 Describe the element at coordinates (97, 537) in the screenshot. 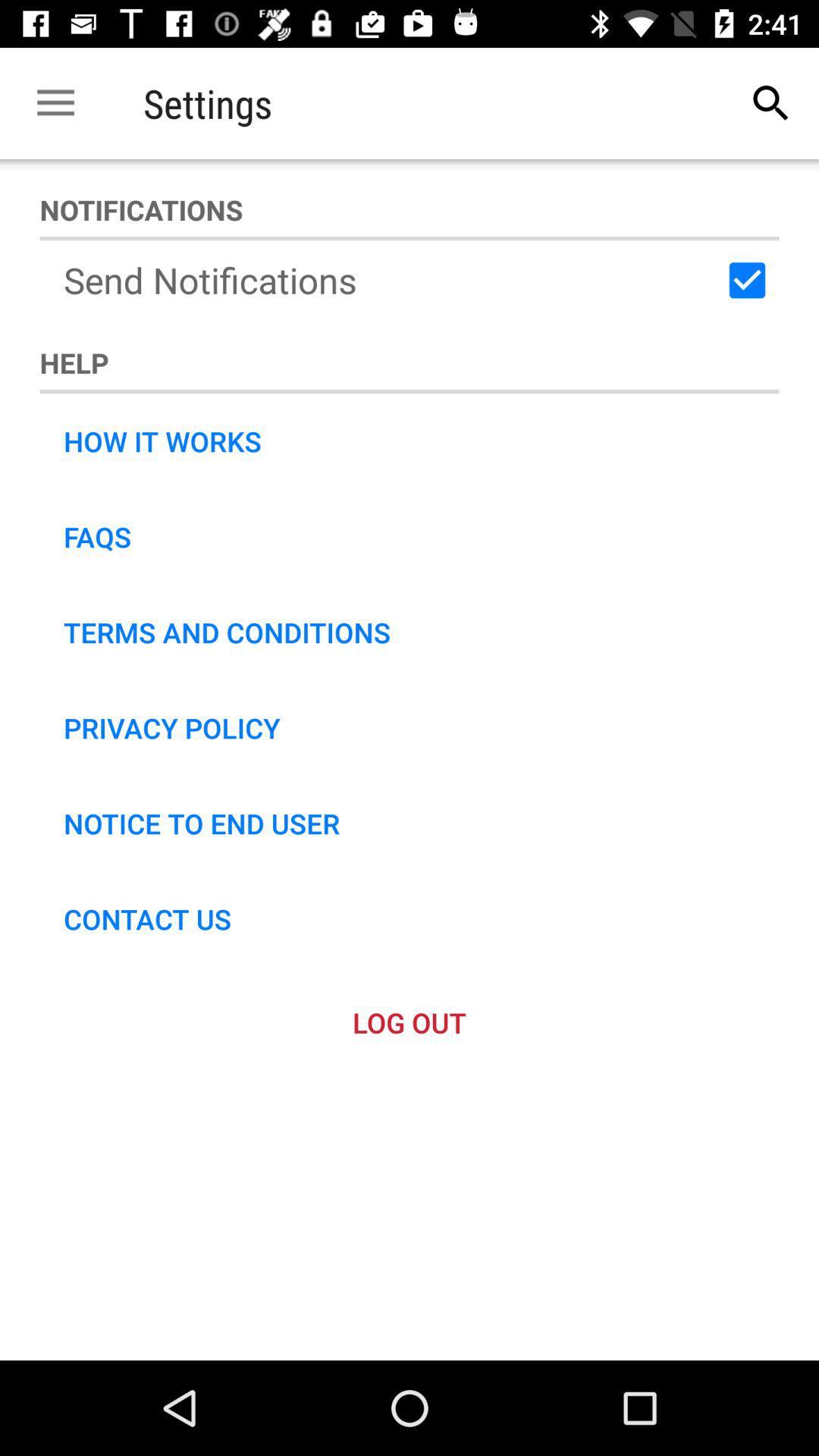

I see `faqs icon` at that location.